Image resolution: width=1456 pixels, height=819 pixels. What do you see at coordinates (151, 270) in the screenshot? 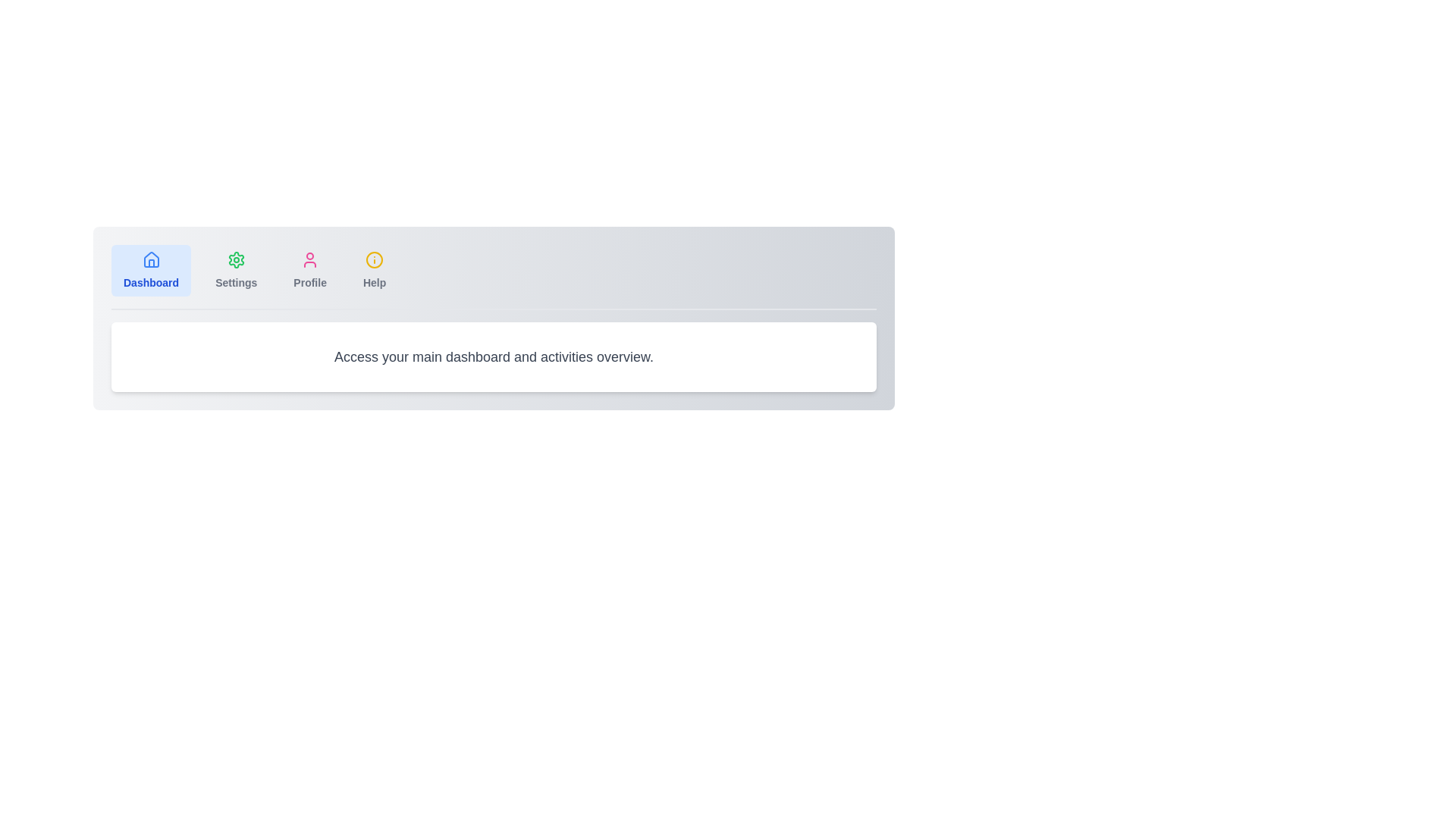
I see `the tab labeled Dashboard to inspect its tooltip or hover effect` at bounding box center [151, 270].